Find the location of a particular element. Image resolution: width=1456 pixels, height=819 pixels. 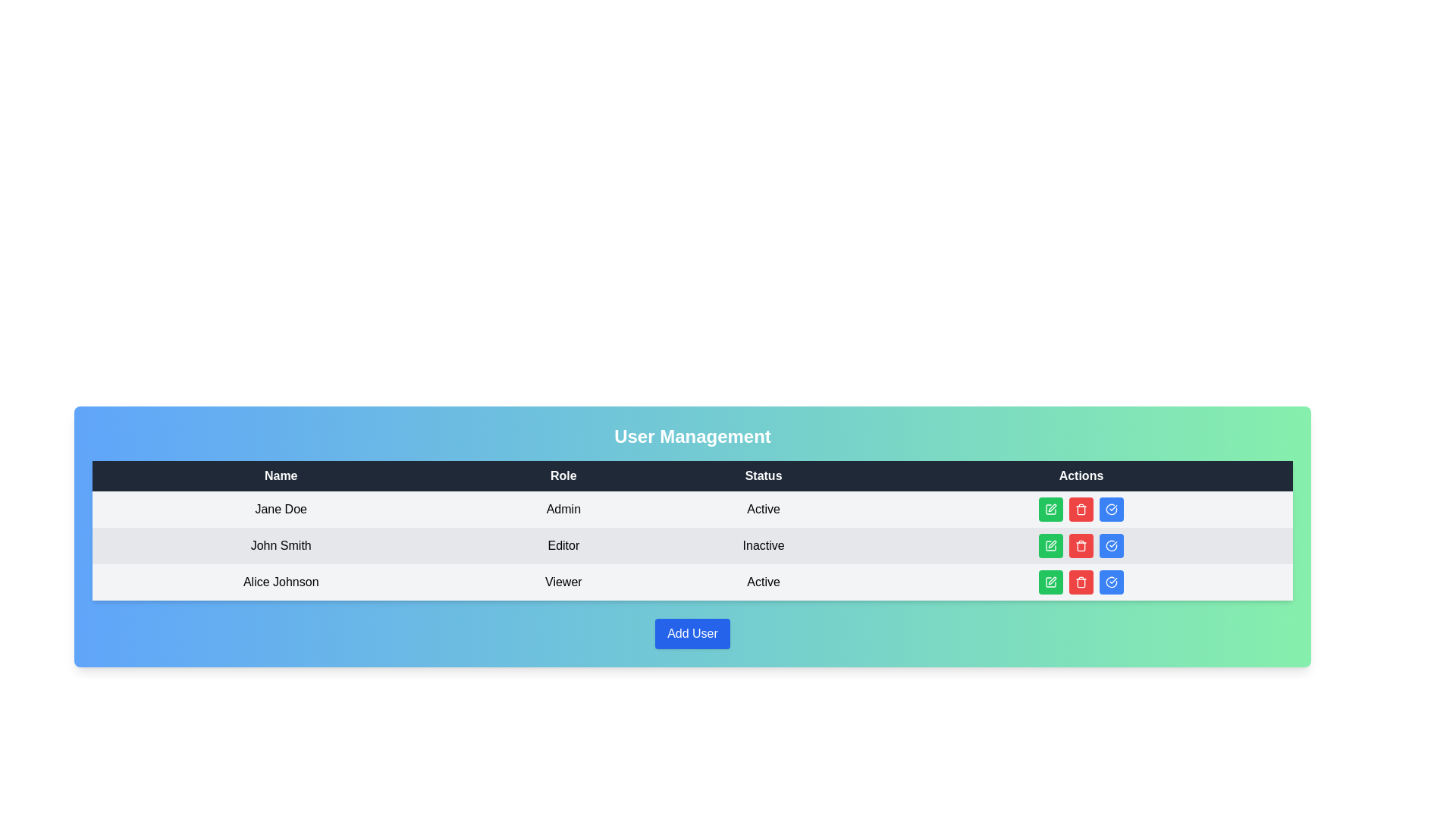

the confirmation SVG icon embedded in the blue button located in the bottom-right corner of the third row in the action buttons column of the table is located at coordinates (1111, 509).